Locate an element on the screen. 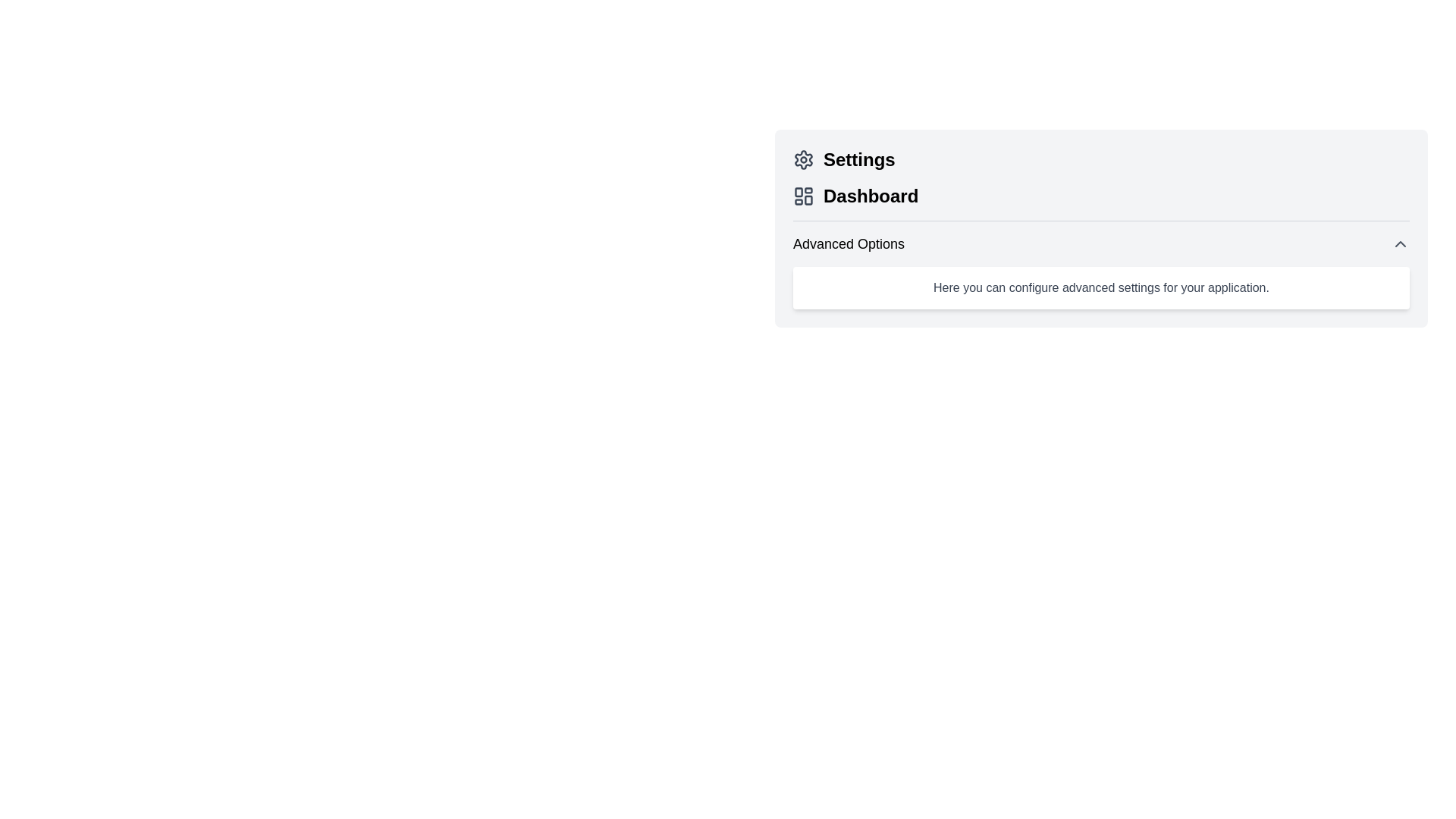 The image size is (1456, 819). the gear-shaped icon with a dark outline indicating settings functionality, located immediately to the left of the 'Settings' text is located at coordinates (803, 160).